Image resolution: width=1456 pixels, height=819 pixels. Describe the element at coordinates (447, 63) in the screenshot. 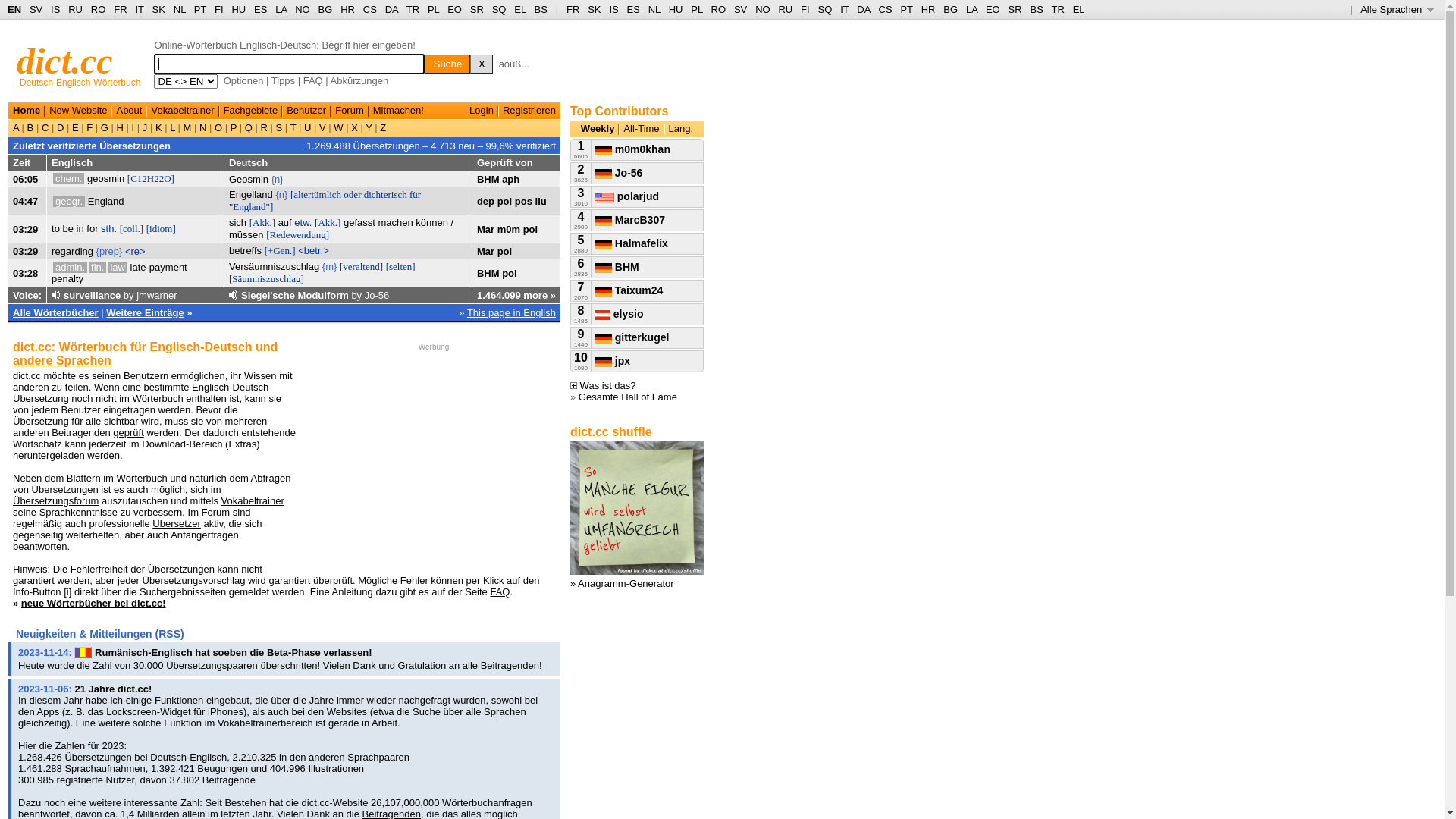

I see `'Suche'` at that location.